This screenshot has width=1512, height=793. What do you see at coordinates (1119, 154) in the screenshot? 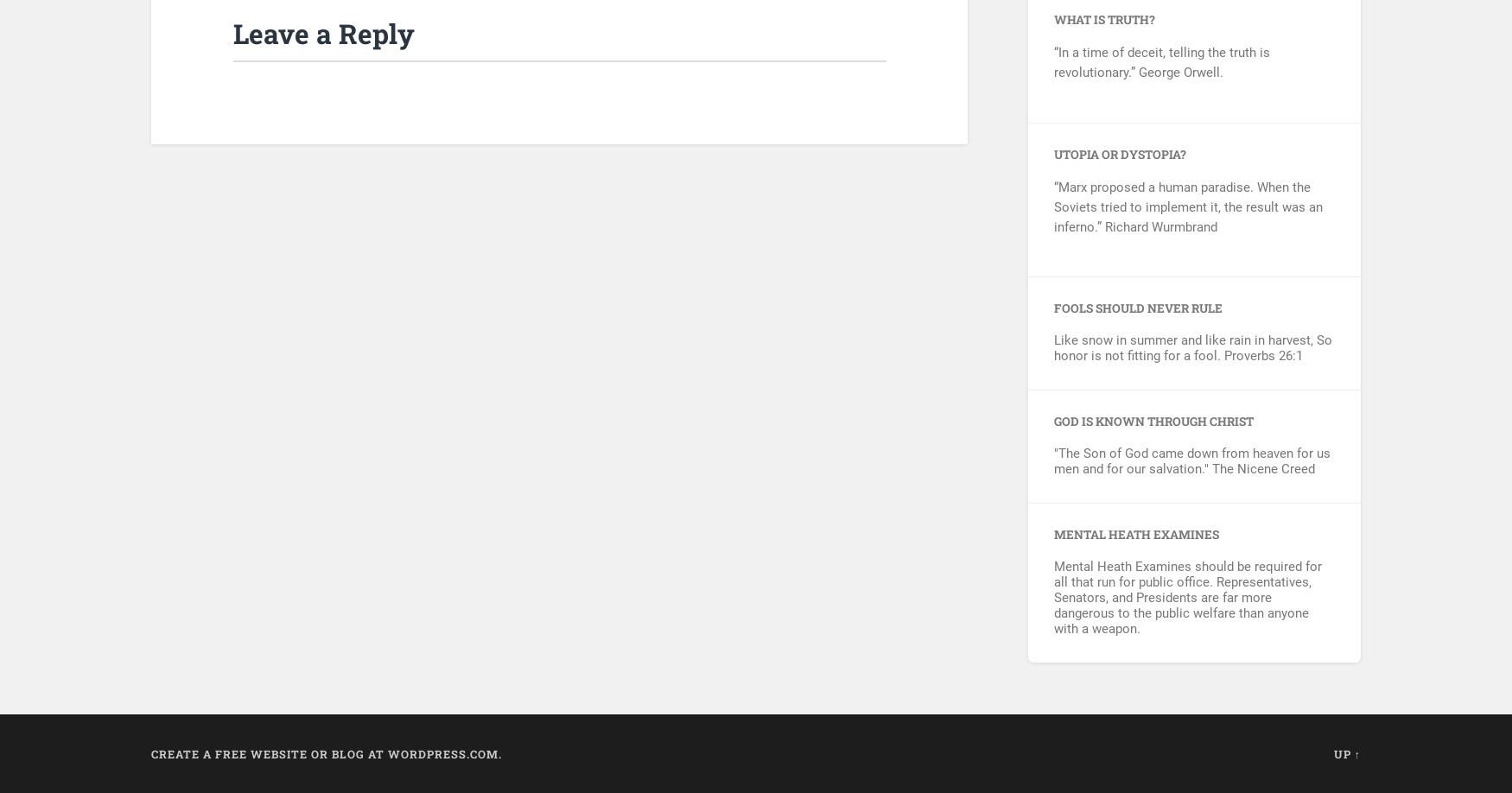
I see `'Utopia or Dystopia?'` at bounding box center [1119, 154].